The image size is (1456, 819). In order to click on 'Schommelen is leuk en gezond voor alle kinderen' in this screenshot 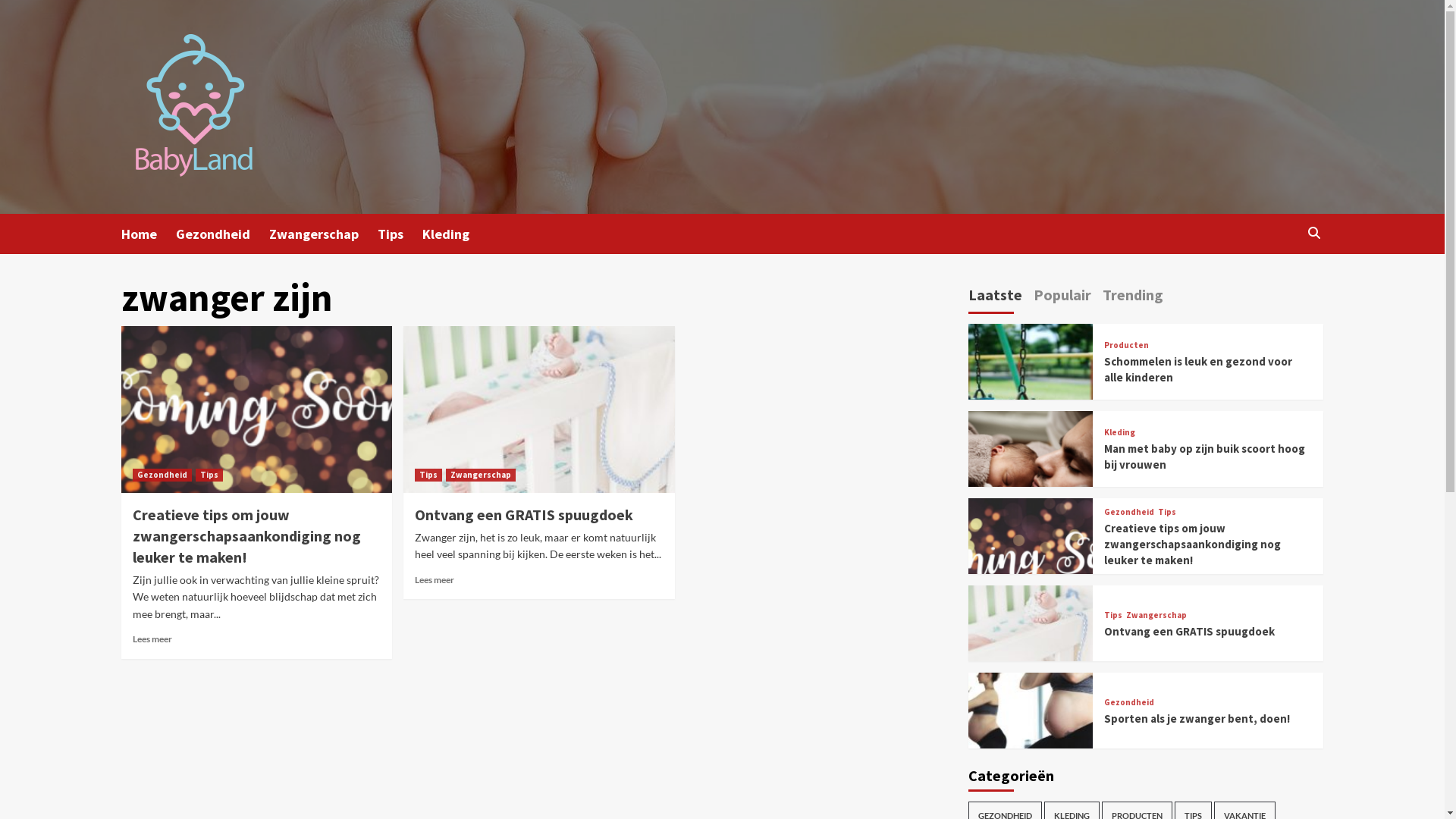, I will do `click(1197, 369)`.